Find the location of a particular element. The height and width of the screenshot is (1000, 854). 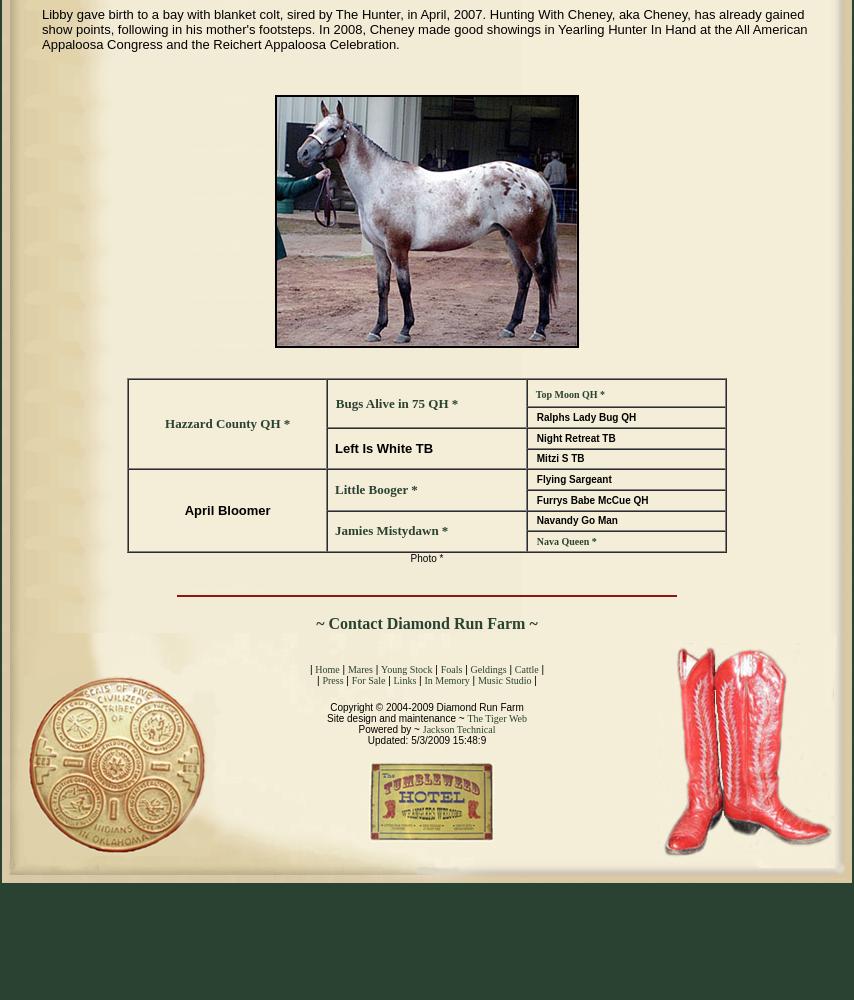

'Bugs Alive in 75 QH *' is located at coordinates (395, 403).